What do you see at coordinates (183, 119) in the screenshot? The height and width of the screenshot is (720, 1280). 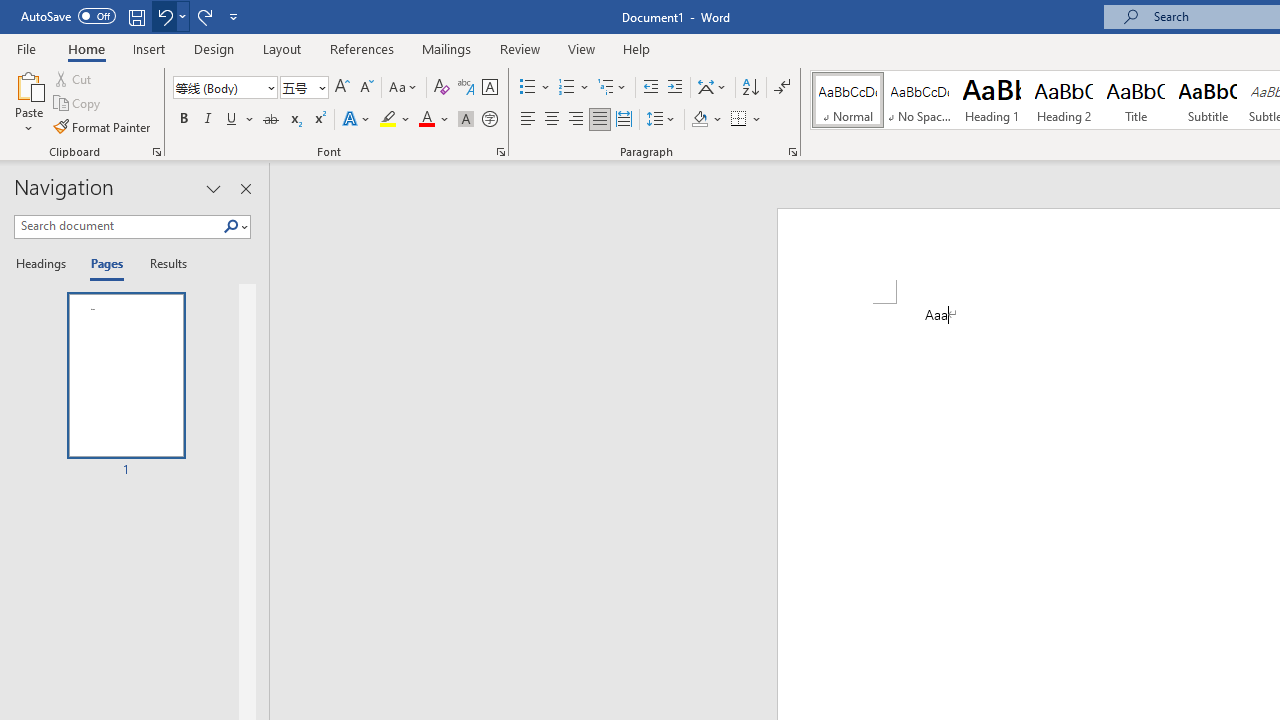 I see `'Bold'` at bounding box center [183, 119].